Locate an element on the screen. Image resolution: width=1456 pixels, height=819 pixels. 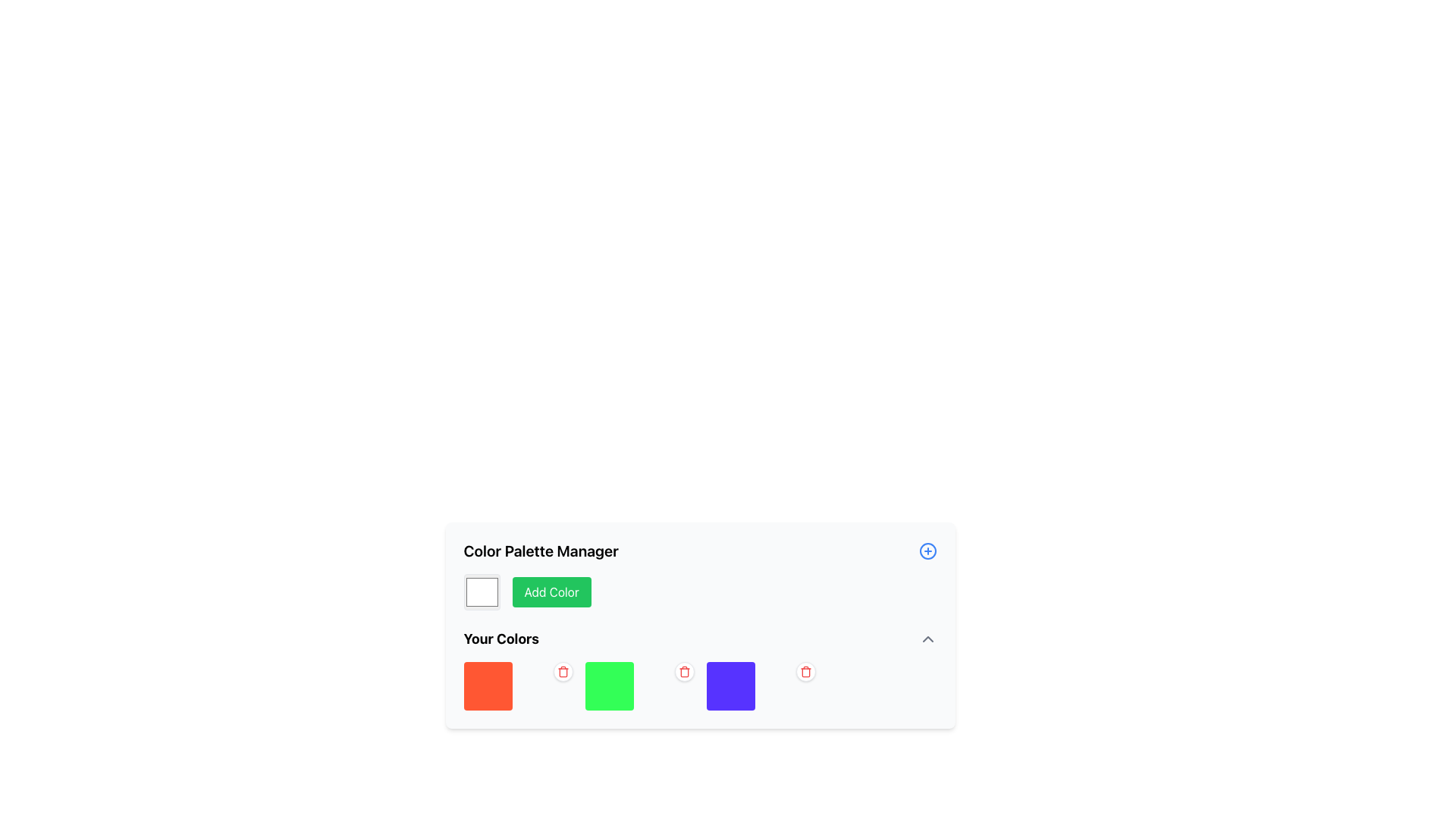
the text label displaying 'Your Colors', which is bold and large, located above the row of color swatches and to the left half of the interface is located at coordinates (501, 639).